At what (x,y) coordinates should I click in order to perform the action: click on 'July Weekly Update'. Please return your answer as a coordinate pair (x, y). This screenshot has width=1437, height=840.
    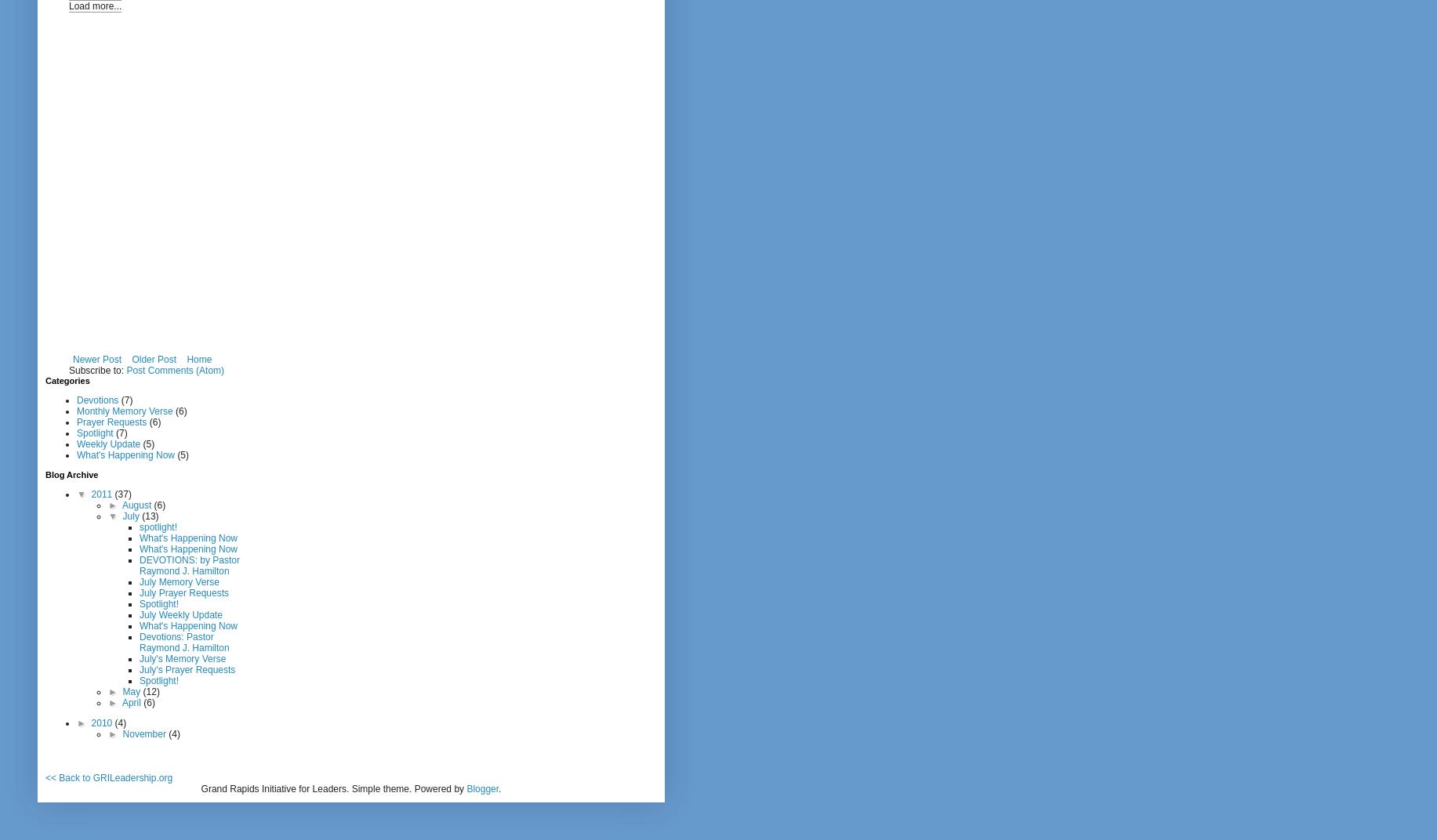
    Looking at the image, I should click on (138, 614).